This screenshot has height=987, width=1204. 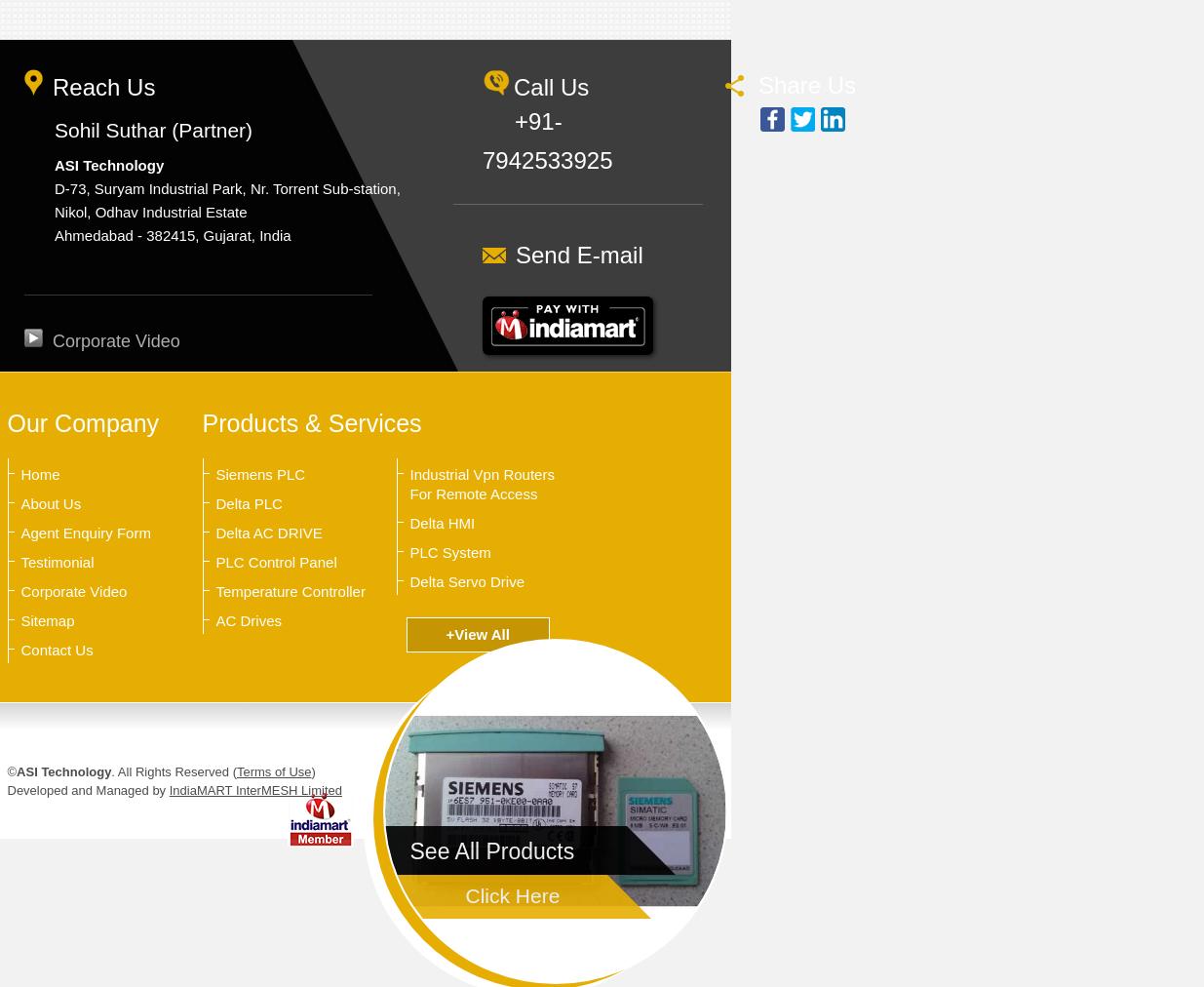 What do you see at coordinates (19, 474) in the screenshot?
I see `'Home'` at bounding box center [19, 474].